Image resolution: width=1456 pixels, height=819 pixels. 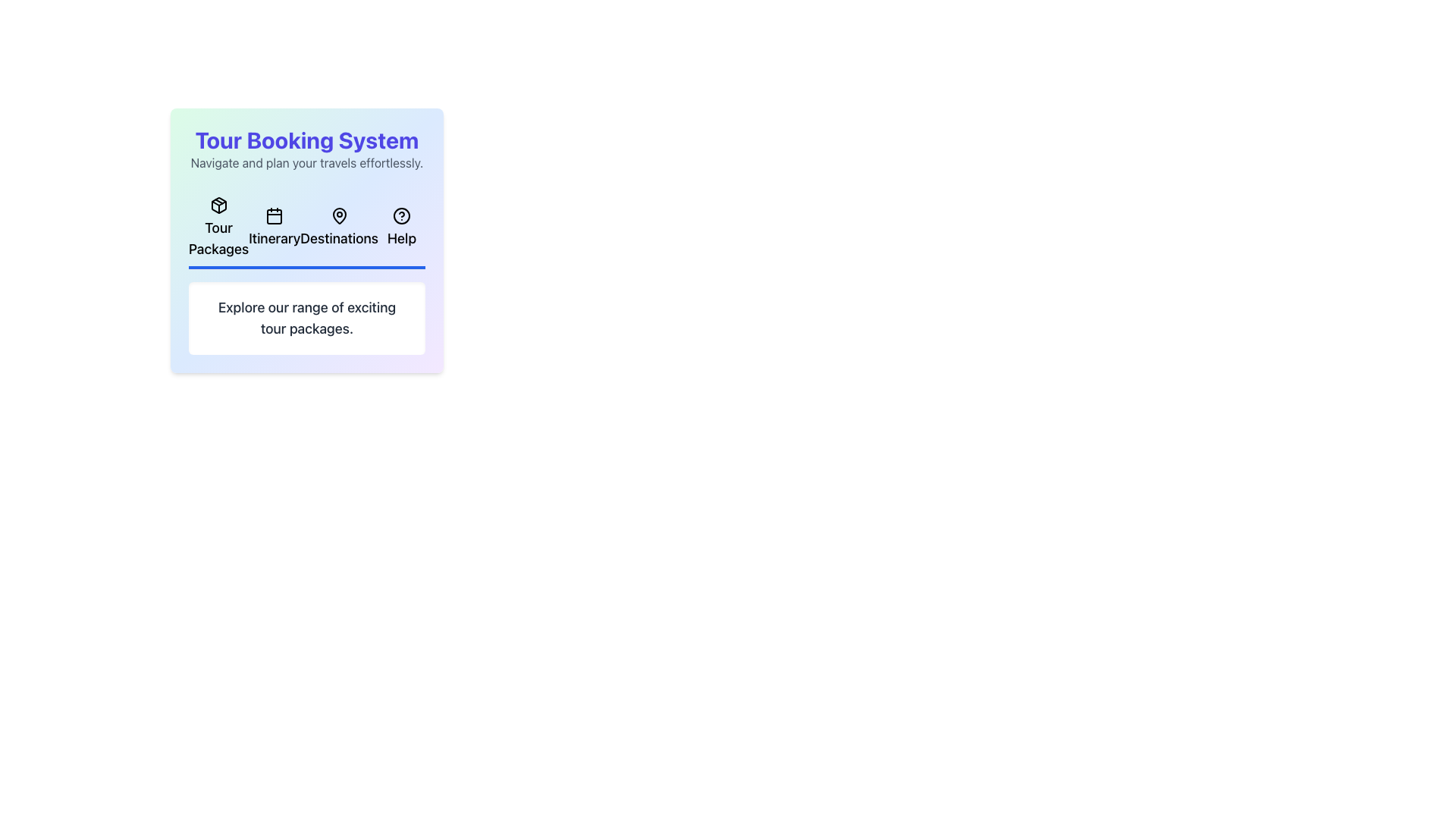 What do you see at coordinates (274, 237) in the screenshot?
I see `the 'Itinerary' text label located within the navigation tab of the tour booking system` at bounding box center [274, 237].